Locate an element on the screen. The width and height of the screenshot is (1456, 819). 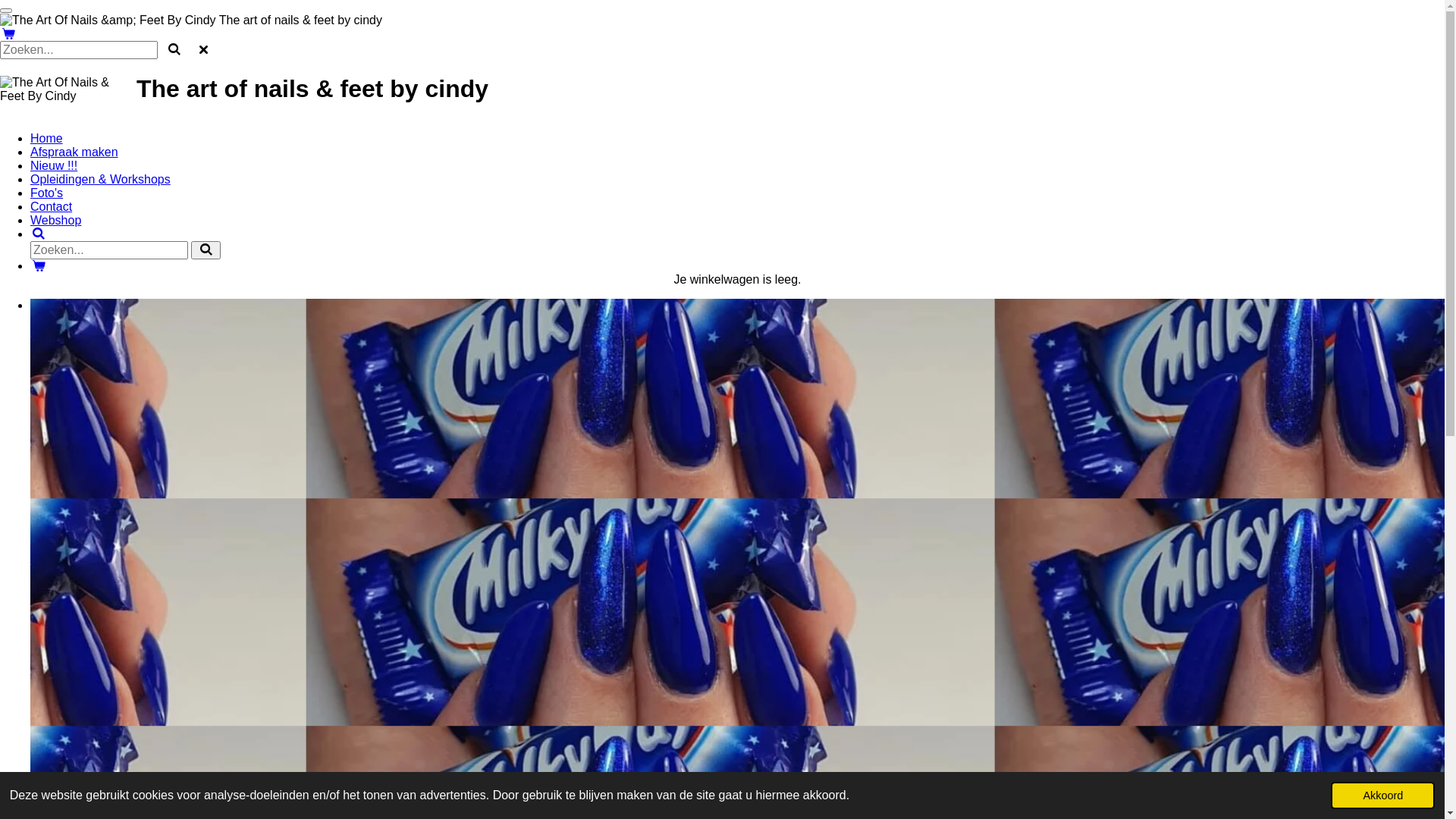
'The Art Of Nails & Feet By Cindy' is located at coordinates (0, 89).